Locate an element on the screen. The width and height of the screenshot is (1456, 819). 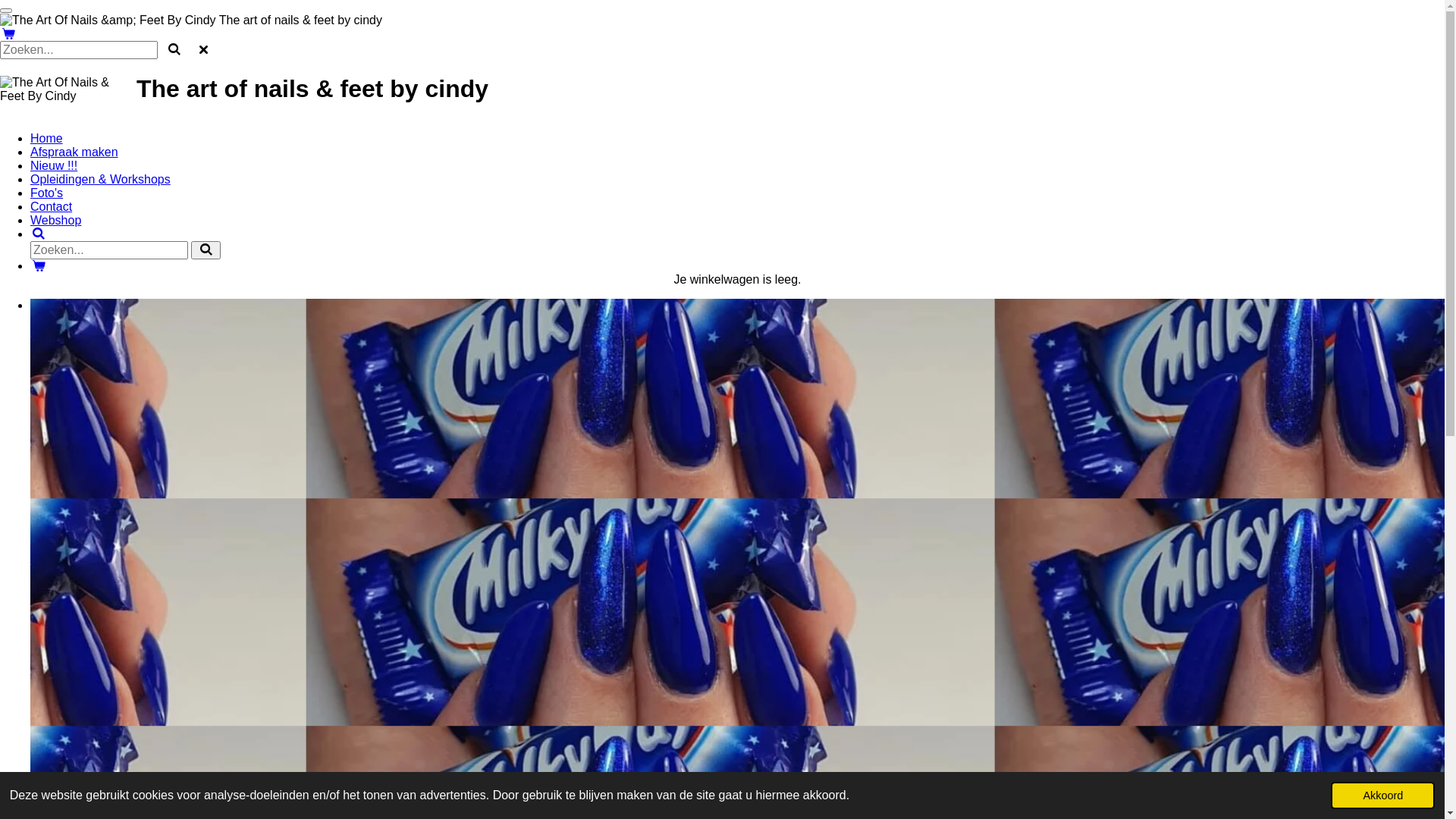
'The Art Of Nails & Feet By Cindy' is located at coordinates (0, 89).